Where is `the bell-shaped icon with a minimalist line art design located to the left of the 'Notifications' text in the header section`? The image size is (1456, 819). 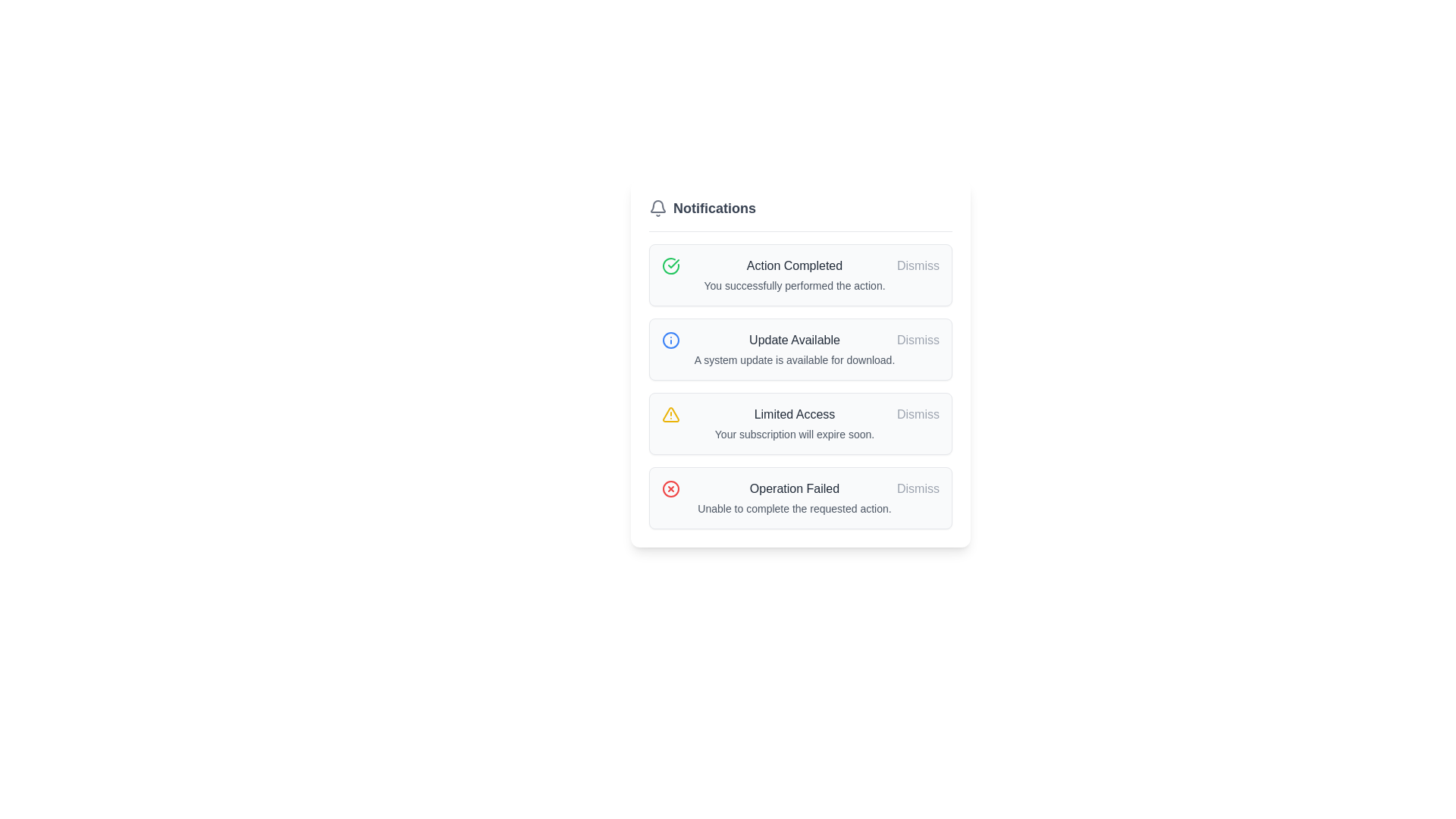 the bell-shaped icon with a minimalist line art design located to the left of the 'Notifications' text in the header section is located at coordinates (658, 208).